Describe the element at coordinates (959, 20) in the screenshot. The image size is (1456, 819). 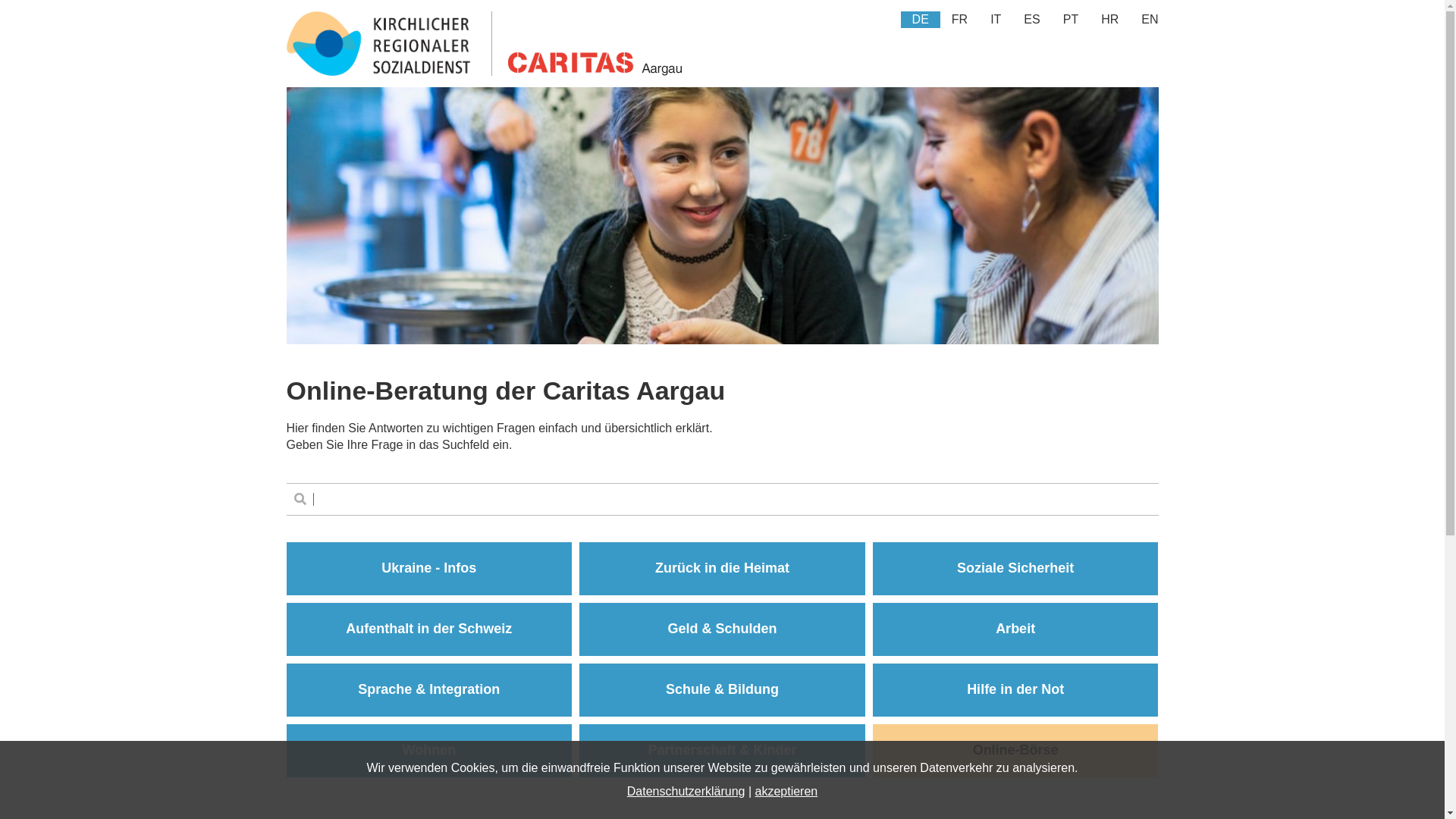
I see `'FR'` at that location.